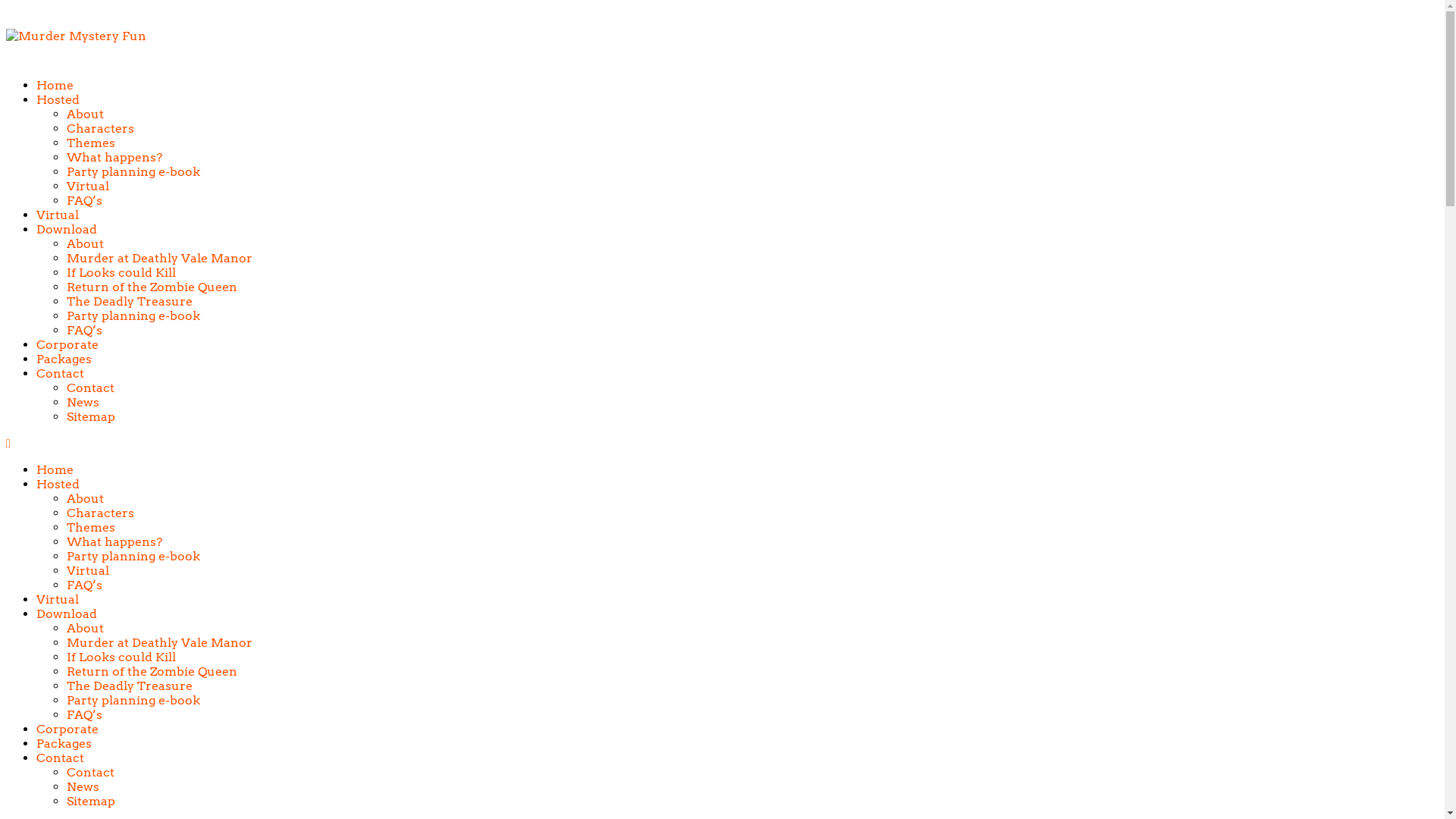 The width and height of the screenshot is (1456, 819). Describe the element at coordinates (65, 229) in the screenshot. I see `'Download'` at that location.